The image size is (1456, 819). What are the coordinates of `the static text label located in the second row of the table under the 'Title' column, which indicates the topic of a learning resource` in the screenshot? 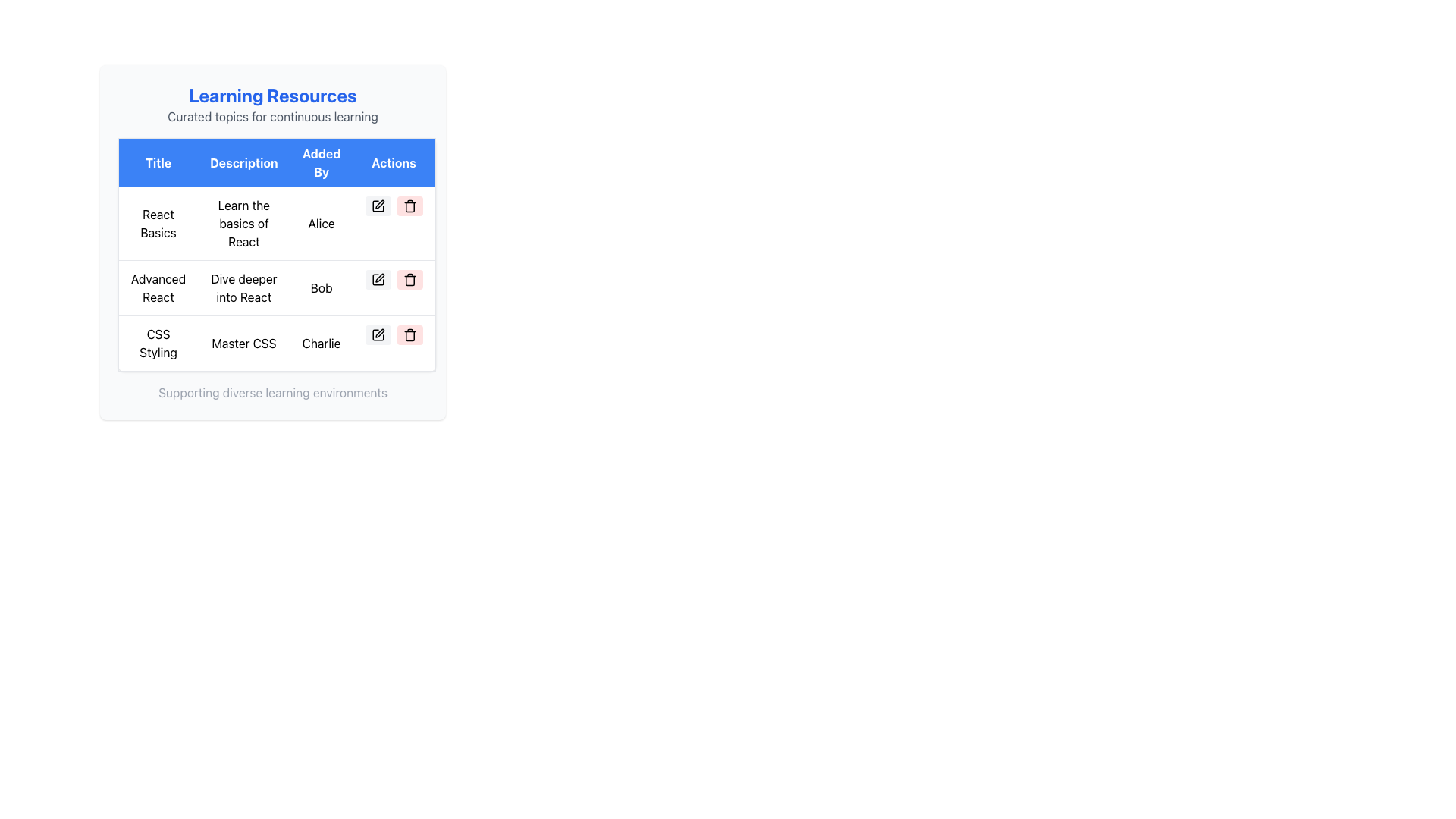 It's located at (158, 288).